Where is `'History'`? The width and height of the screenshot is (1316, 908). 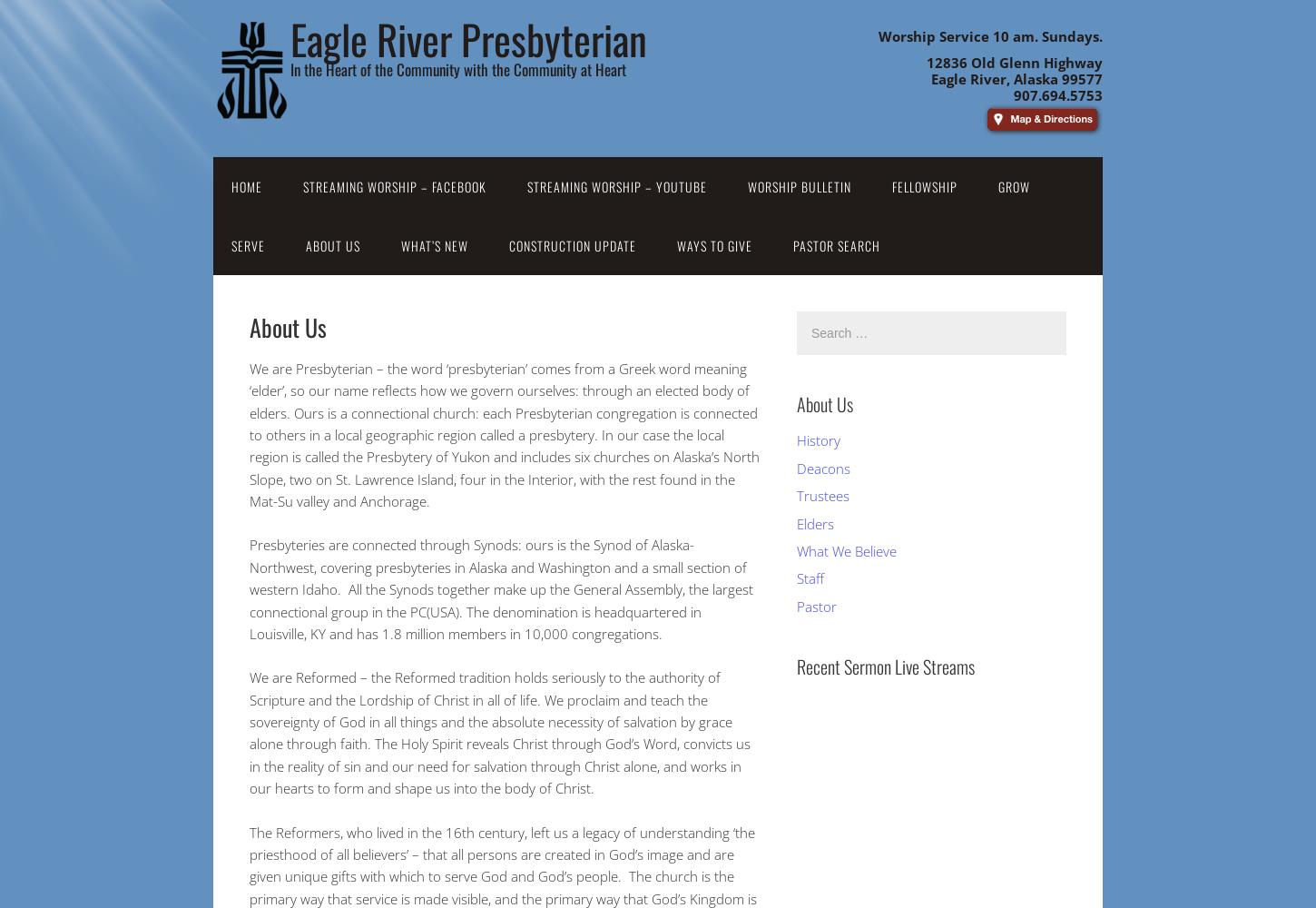 'History' is located at coordinates (818, 439).